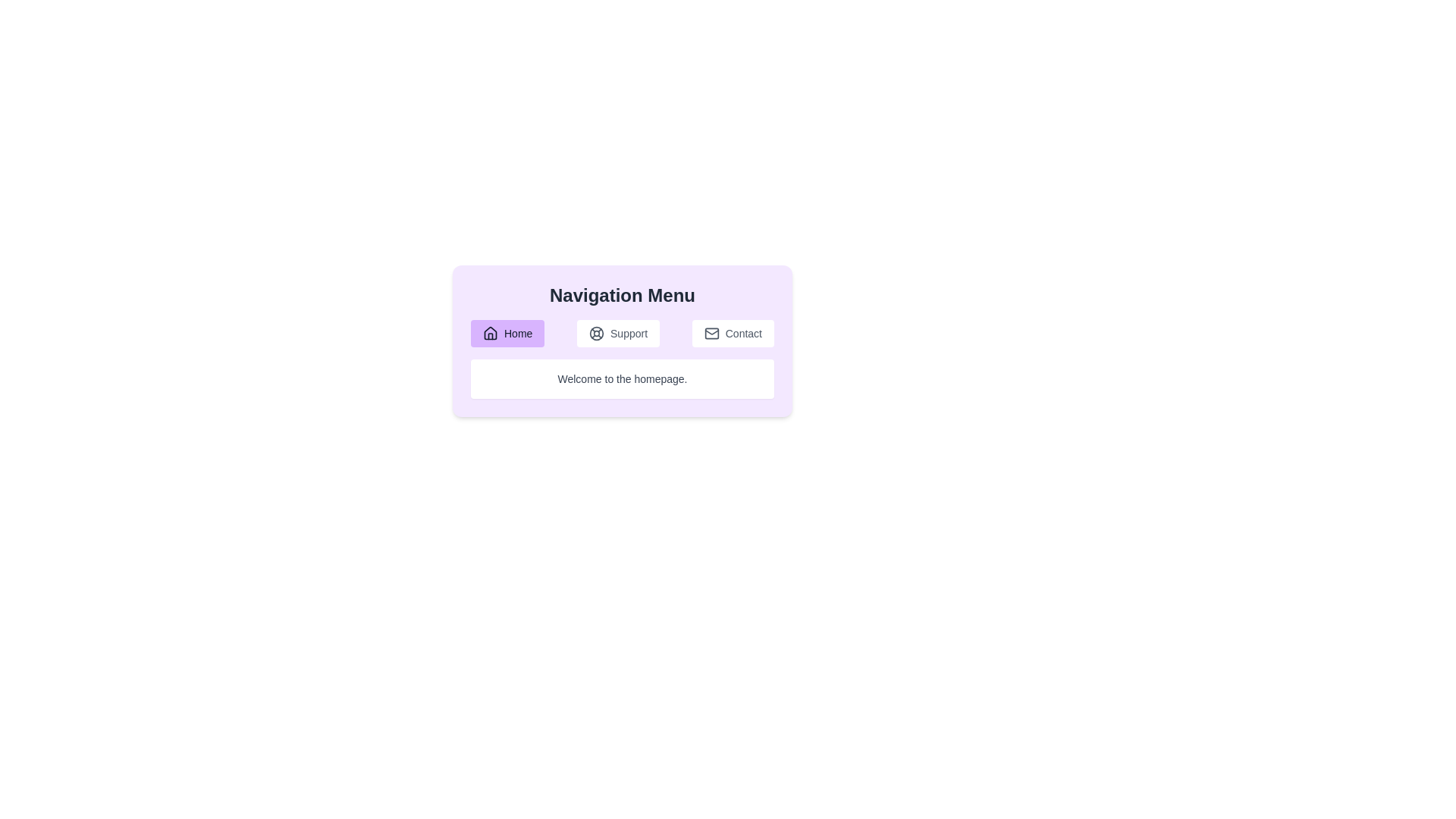 The width and height of the screenshot is (1456, 819). Describe the element at coordinates (622, 295) in the screenshot. I see `the Textual Header, which serves` at that location.